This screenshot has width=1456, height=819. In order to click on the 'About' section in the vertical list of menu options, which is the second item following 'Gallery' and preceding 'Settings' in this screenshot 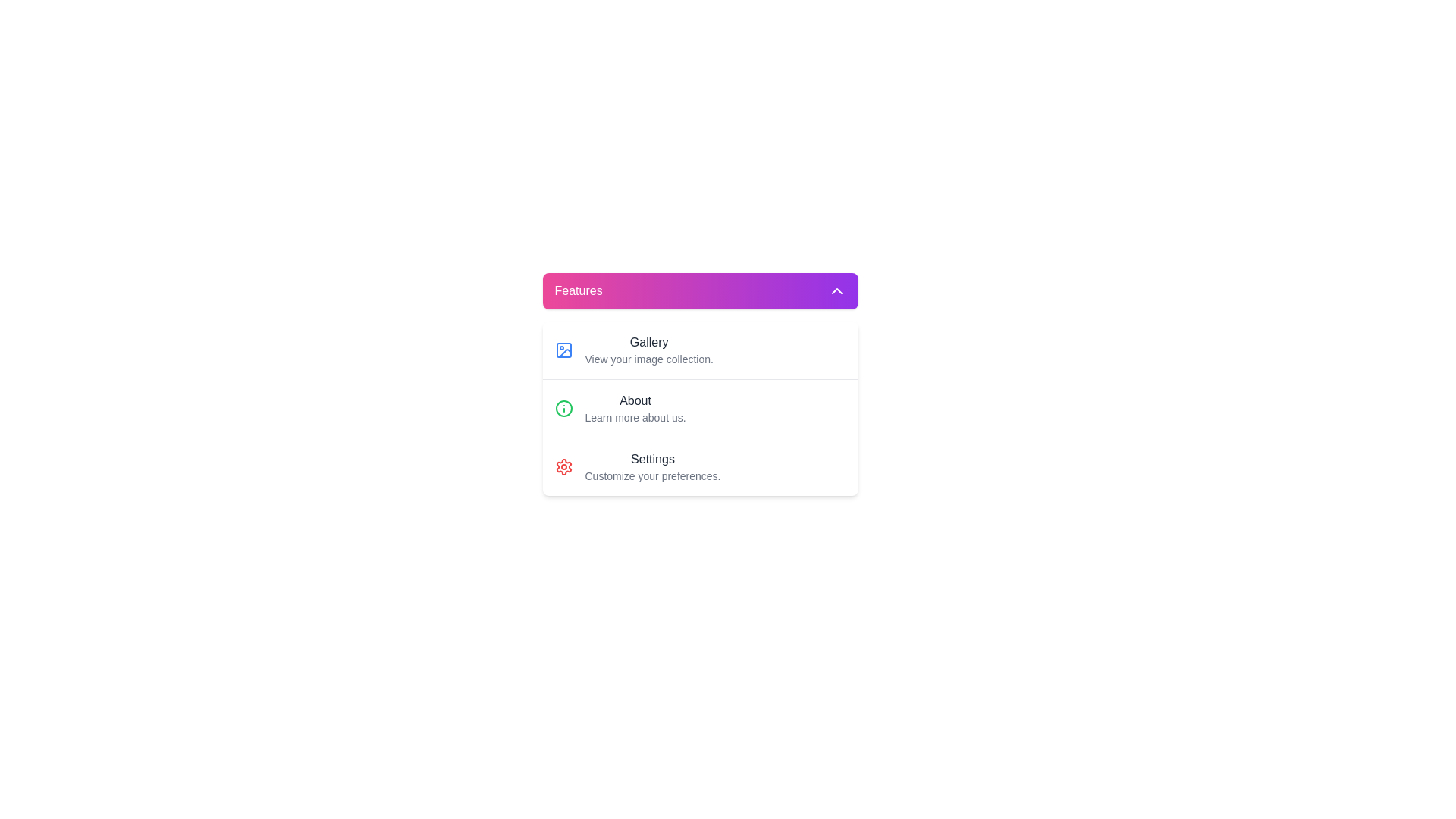, I will do `click(699, 408)`.